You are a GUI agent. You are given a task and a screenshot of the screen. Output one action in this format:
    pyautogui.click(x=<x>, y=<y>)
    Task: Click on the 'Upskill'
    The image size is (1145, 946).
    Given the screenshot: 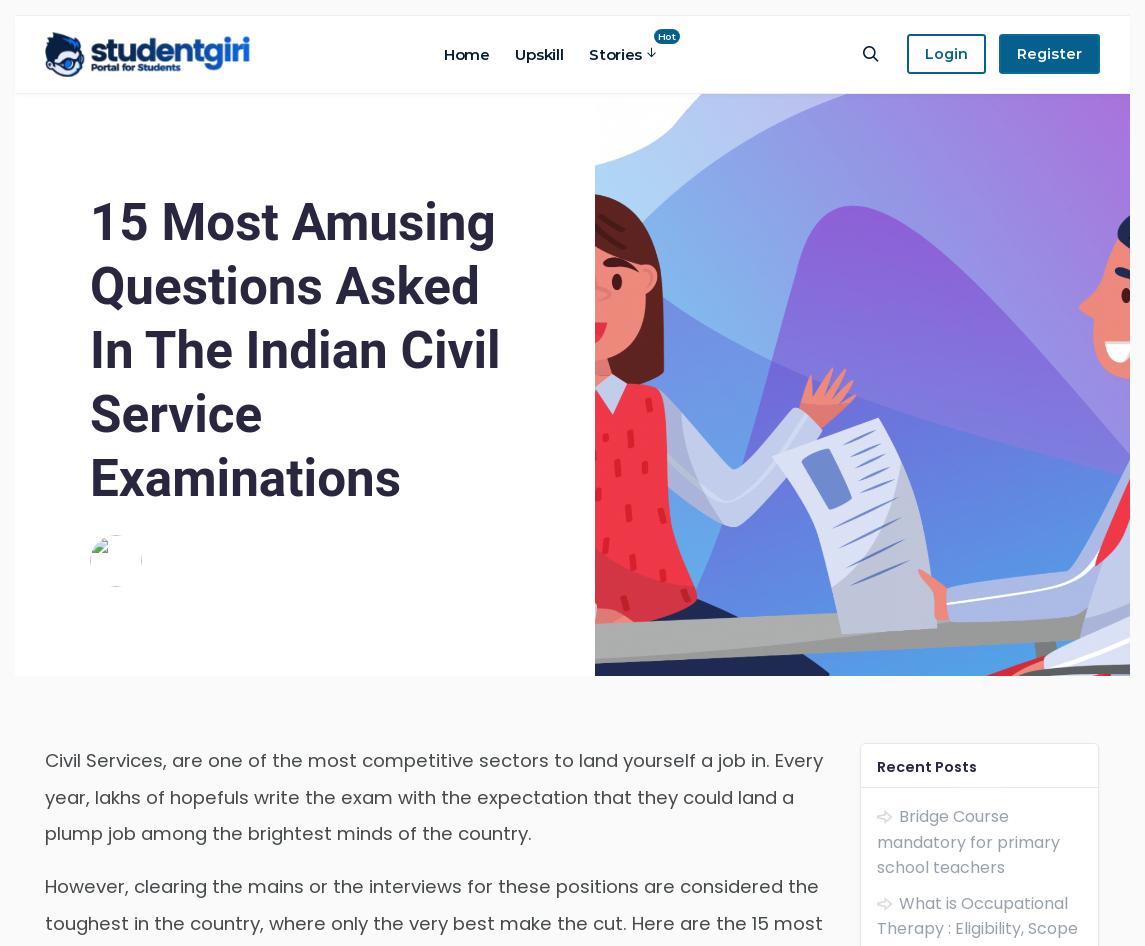 What is the action you would take?
    pyautogui.click(x=538, y=53)
    